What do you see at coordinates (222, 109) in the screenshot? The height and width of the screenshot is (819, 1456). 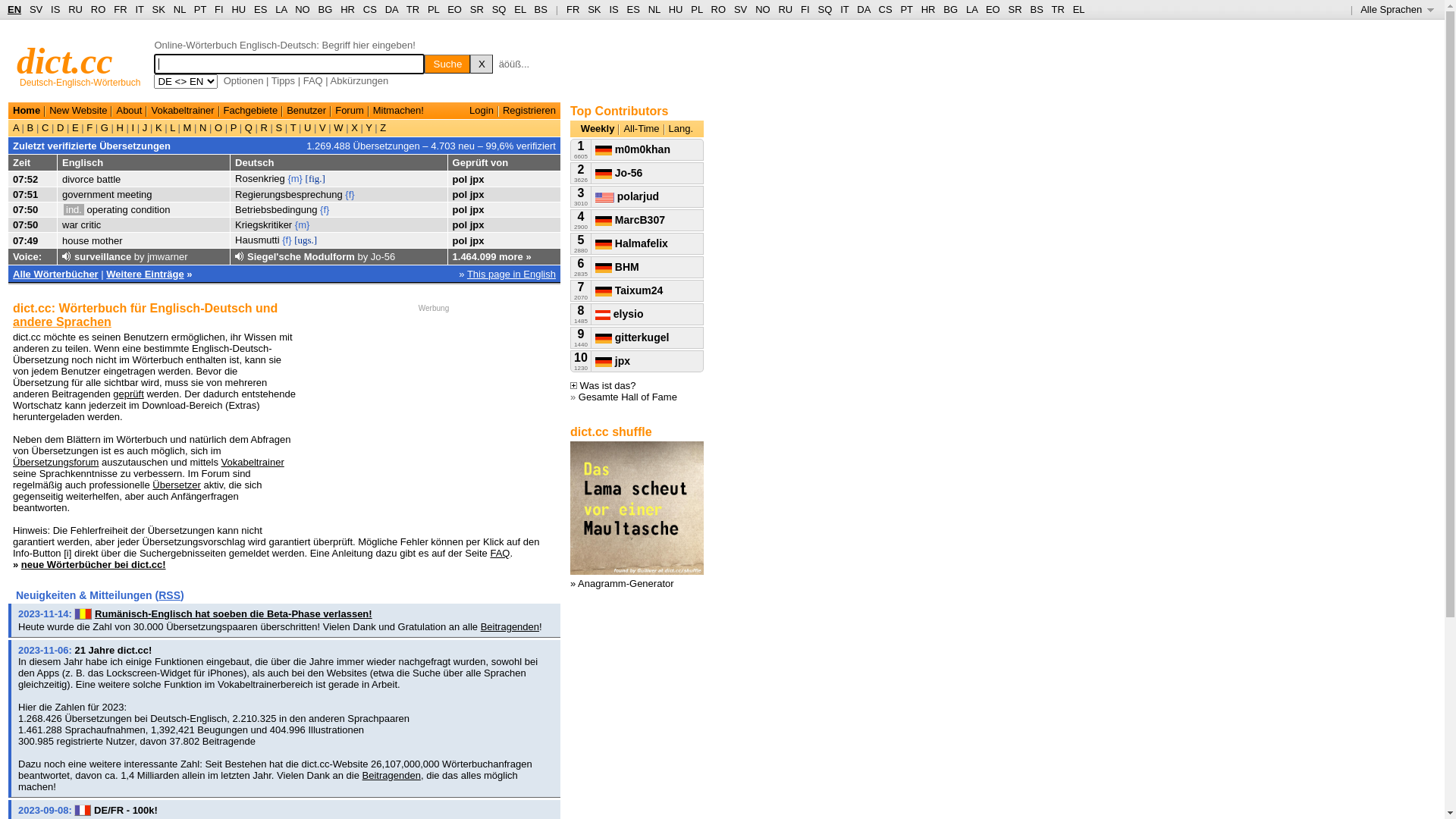 I see `'Fachgebiete'` at bounding box center [222, 109].